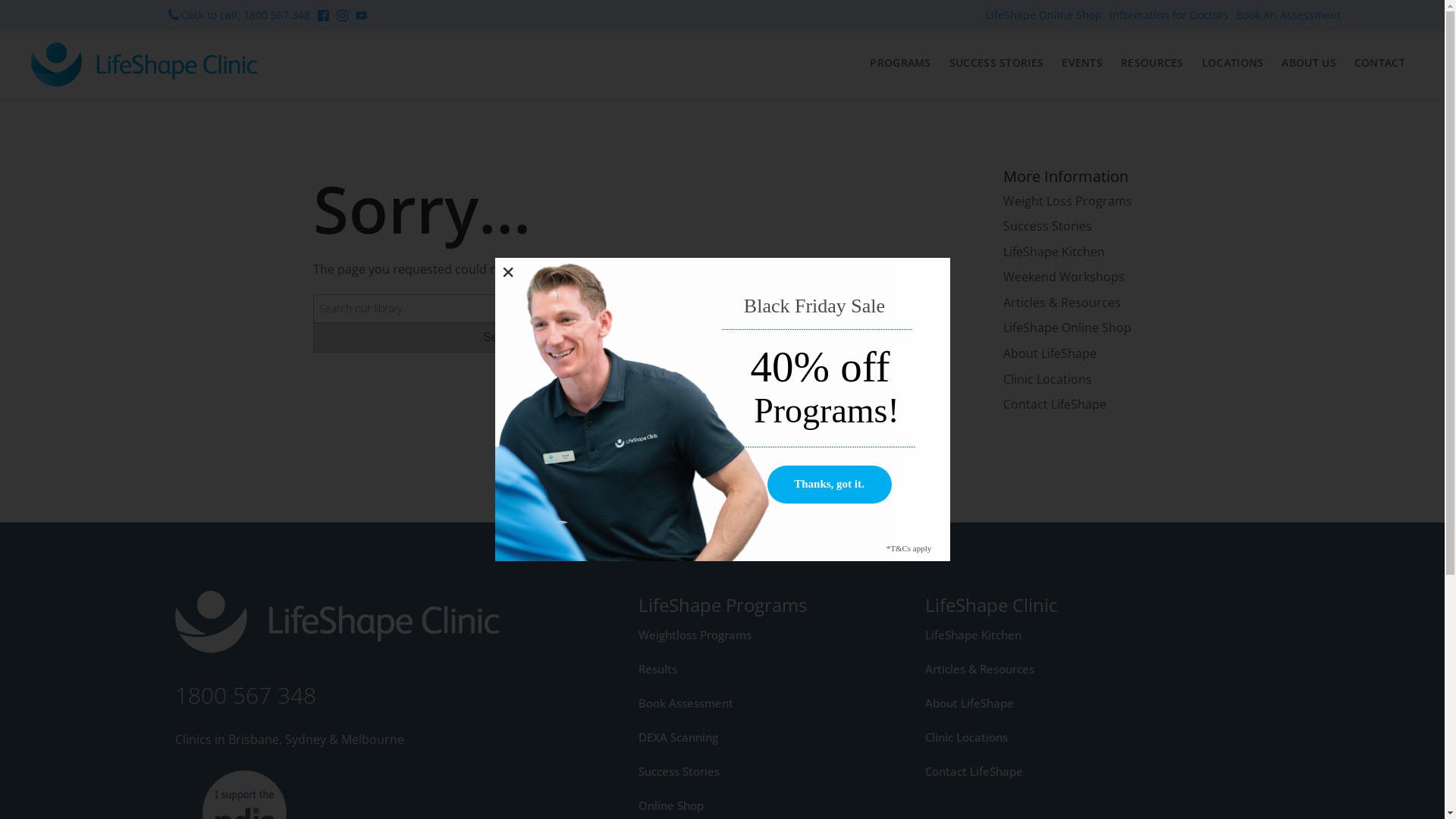  Describe the element at coordinates (1347, 62) in the screenshot. I see `'CONTACT'` at that location.